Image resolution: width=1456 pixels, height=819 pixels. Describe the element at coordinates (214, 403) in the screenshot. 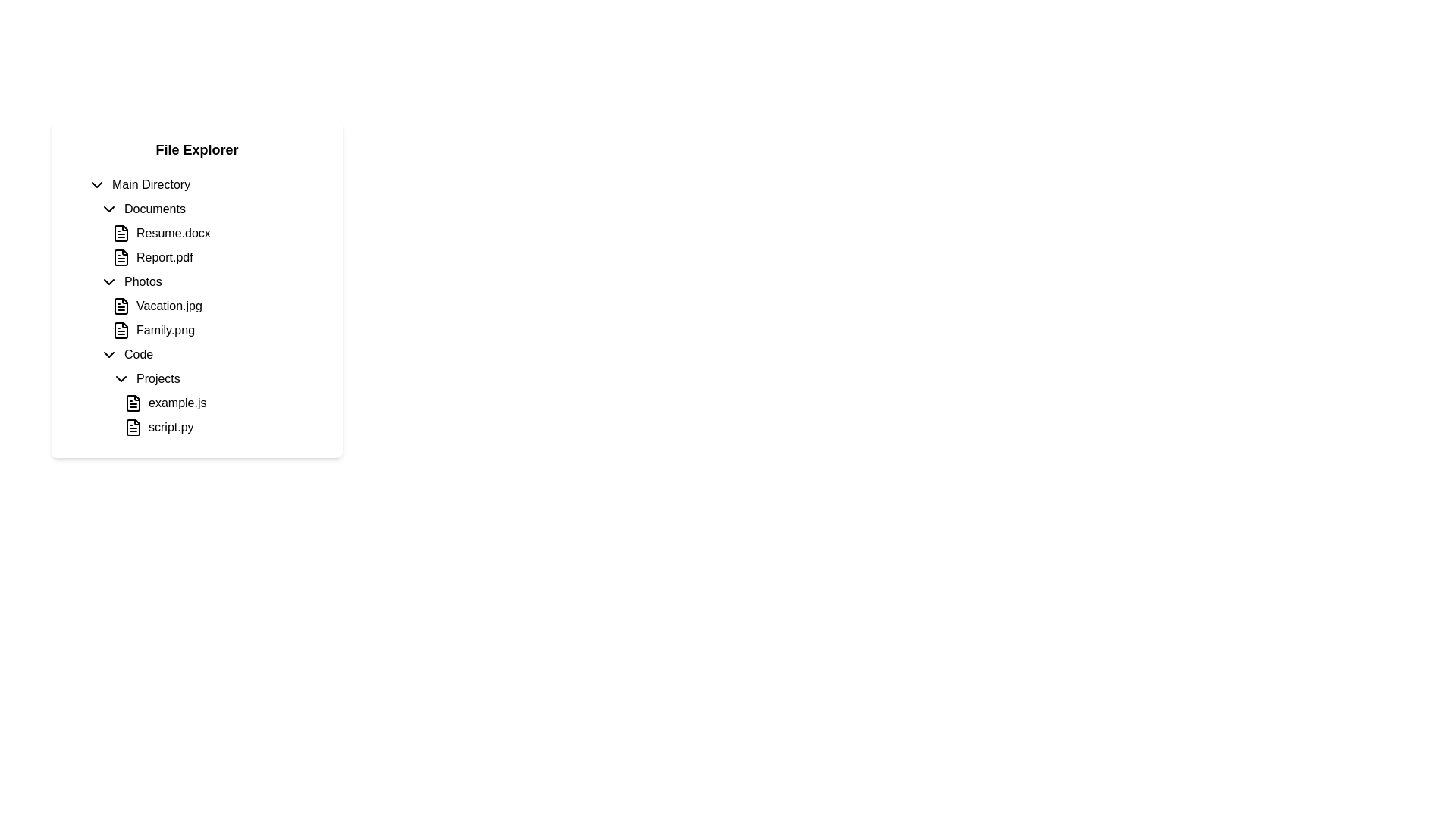

I see `the file entry labeled 'example.js' in the 'Projects' directory of the file explorer` at that location.